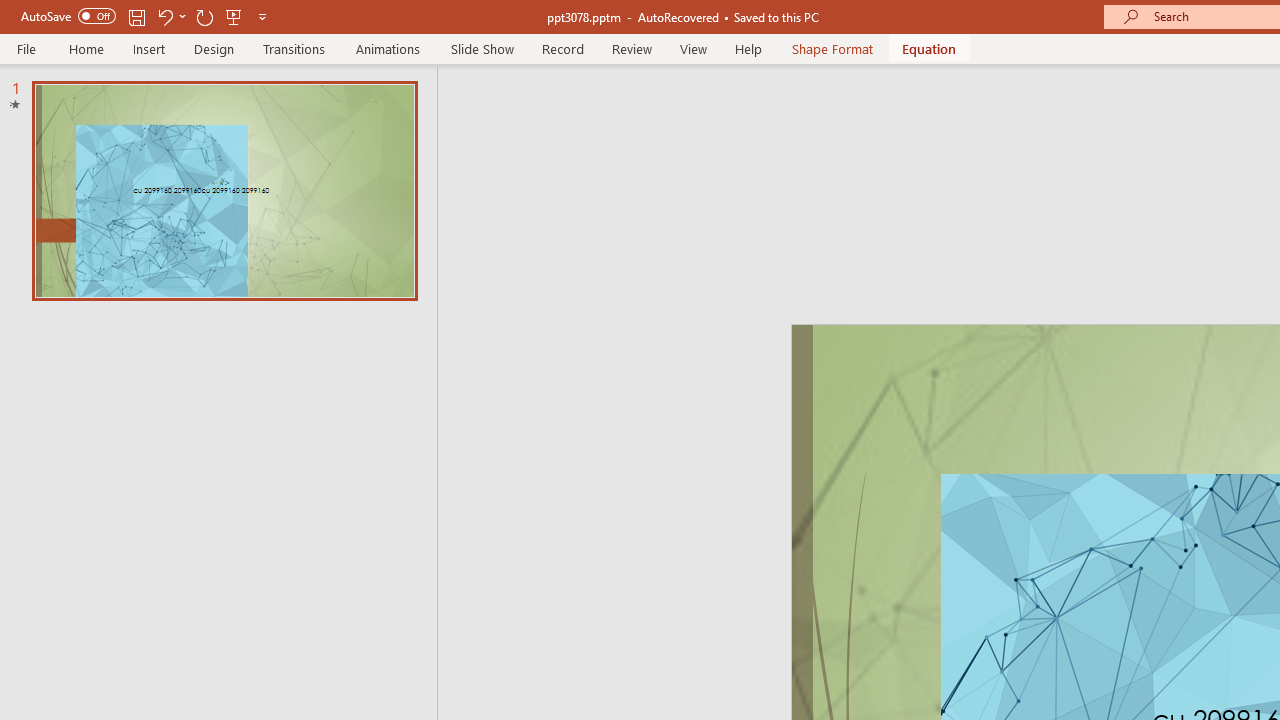  I want to click on 'Equation', so click(928, 48).